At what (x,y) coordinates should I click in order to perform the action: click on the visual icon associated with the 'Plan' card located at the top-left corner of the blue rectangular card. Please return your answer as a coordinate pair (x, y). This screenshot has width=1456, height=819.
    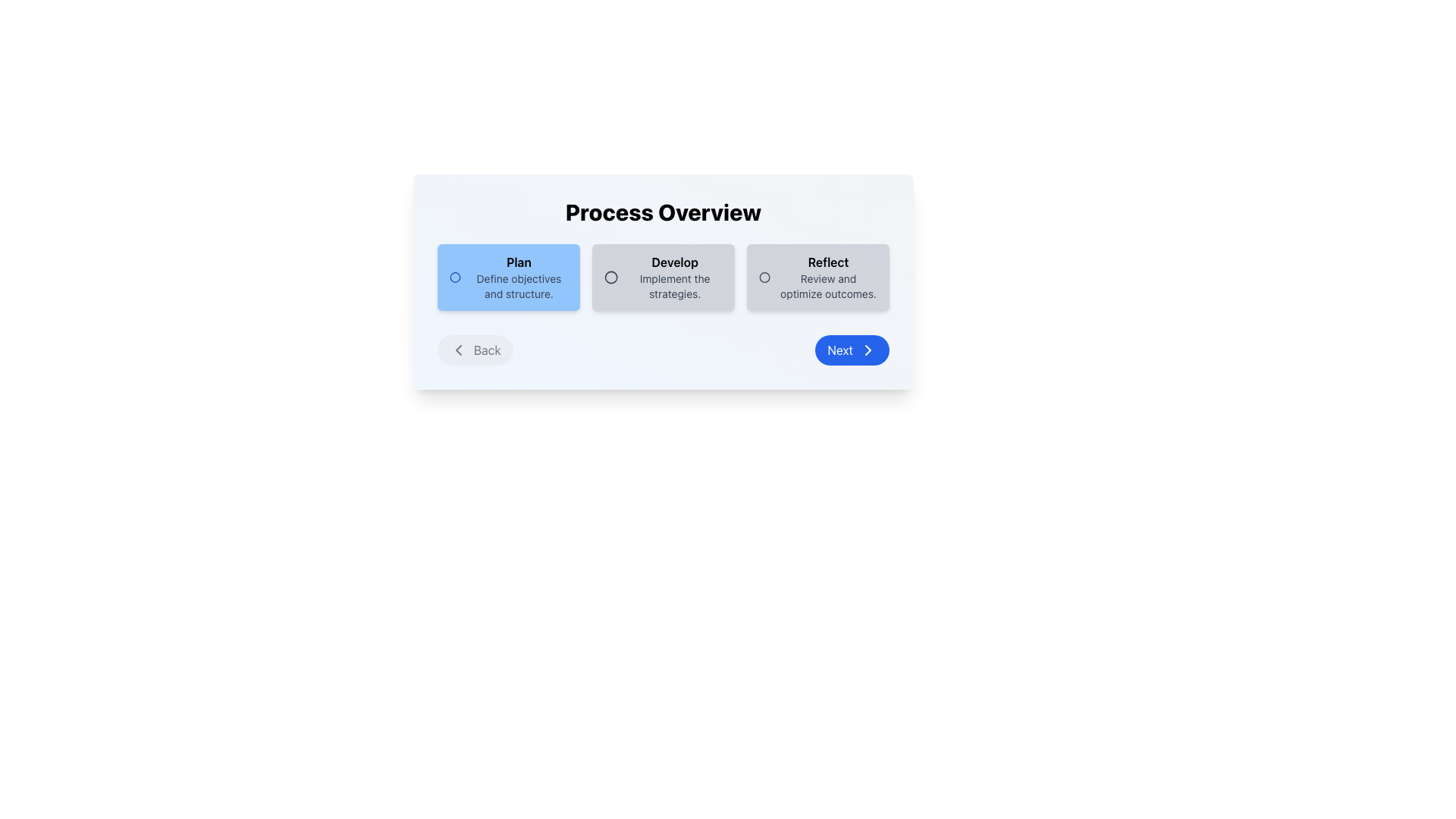
    Looking at the image, I should click on (454, 278).